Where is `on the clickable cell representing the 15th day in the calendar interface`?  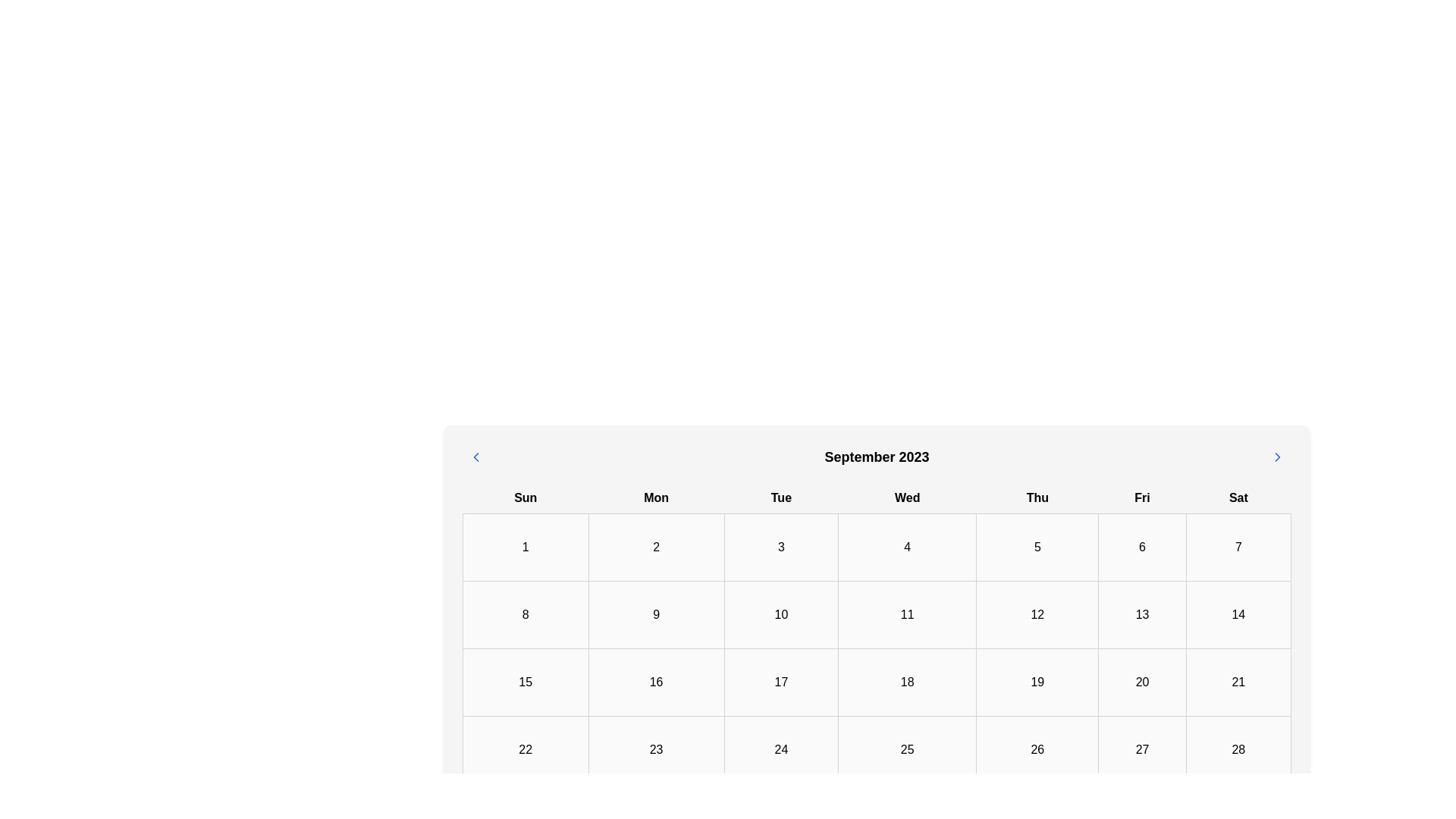
on the clickable cell representing the 15th day in the calendar interface is located at coordinates (525, 681).